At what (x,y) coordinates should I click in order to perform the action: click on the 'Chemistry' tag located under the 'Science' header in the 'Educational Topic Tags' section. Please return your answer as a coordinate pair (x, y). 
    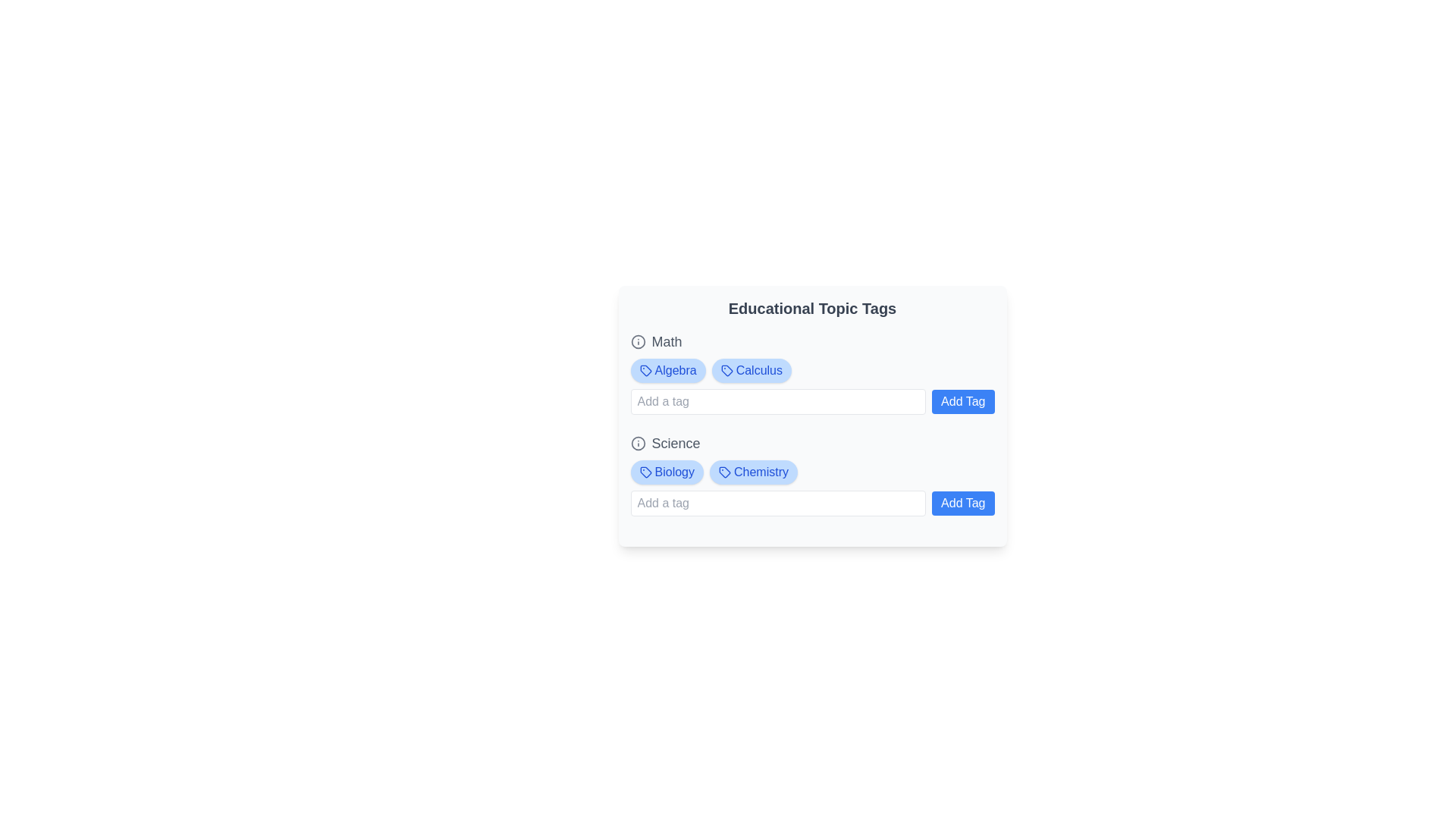
    Looking at the image, I should click on (753, 472).